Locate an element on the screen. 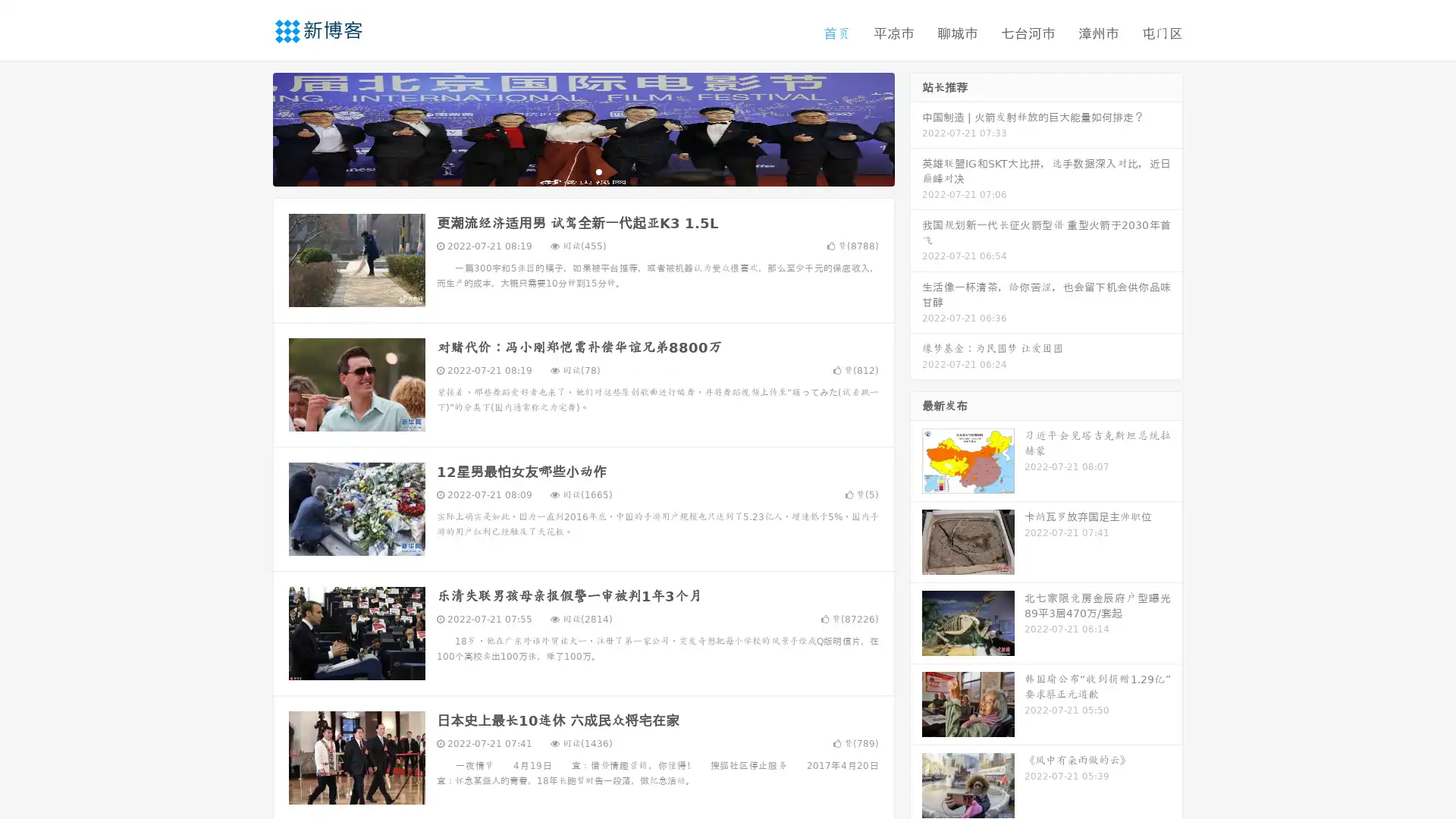  Go to slide 2 is located at coordinates (582, 171).